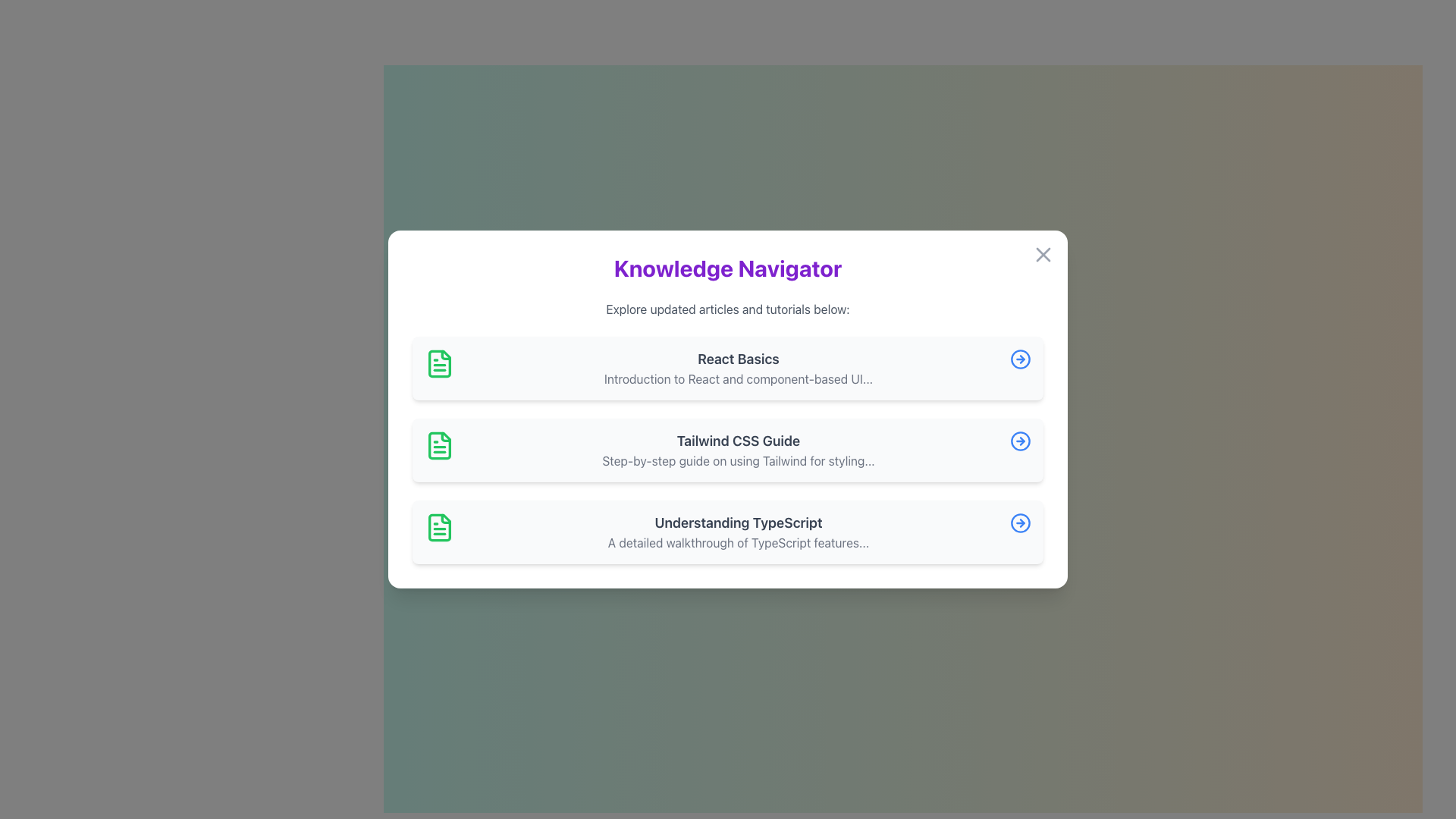 This screenshot has height=819, width=1456. Describe the element at coordinates (728, 532) in the screenshot. I see `the title of the informational row element that provides an overview of the 'Understanding TypeScript' topic` at that location.